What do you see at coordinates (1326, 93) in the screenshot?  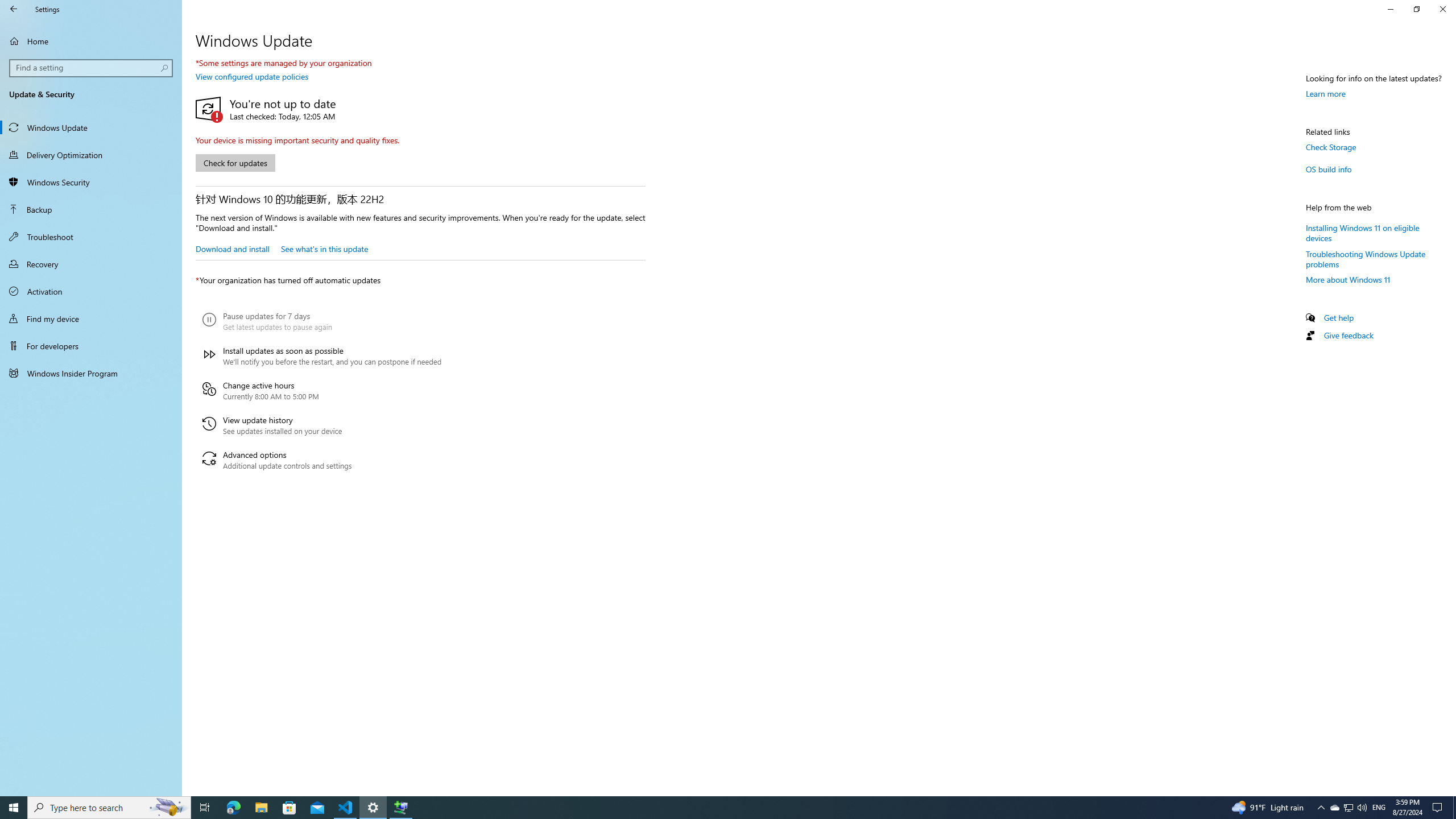 I see `'Learn more'` at bounding box center [1326, 93].